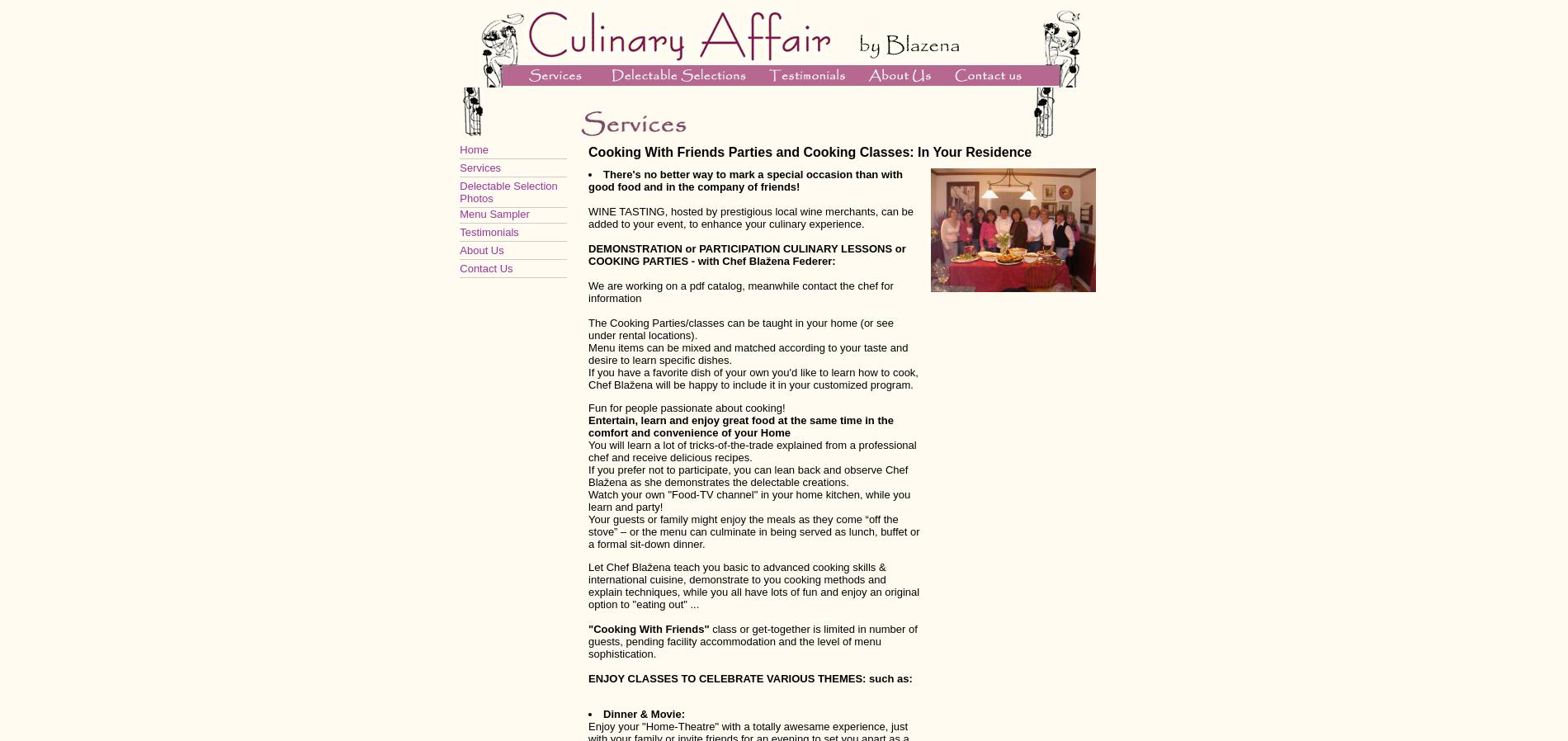  Describe the element at coordinates (479, 167) in the screenshot. I see `'Services'` at that location.